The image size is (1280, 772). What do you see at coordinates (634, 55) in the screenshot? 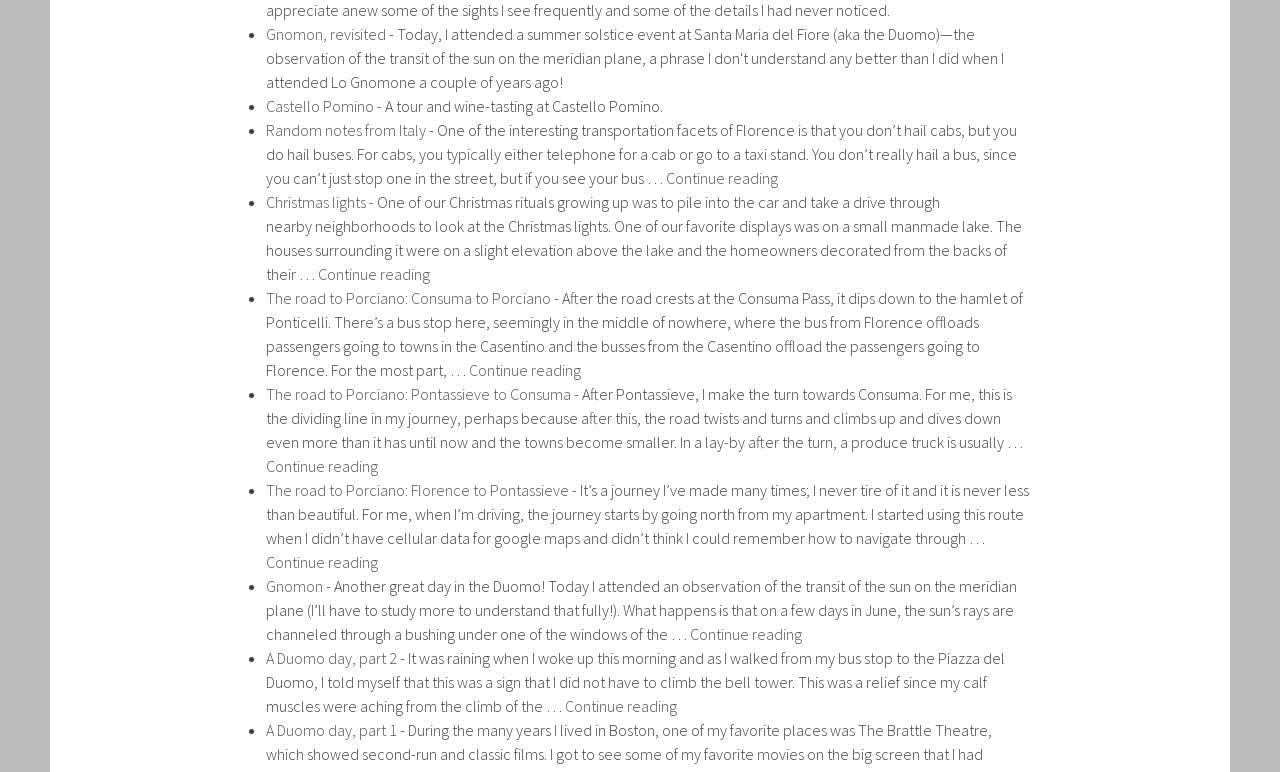
I see `'Today, I attended a summer solstice event at Santa Maria del Fiore (aka the Duomo)—the observation of the transit of the sun on the meridian plane, a phrase I don't understand any better than I did when I attended Lo Gnomone a couple of years ago!'` at bounding box center [634, 55].